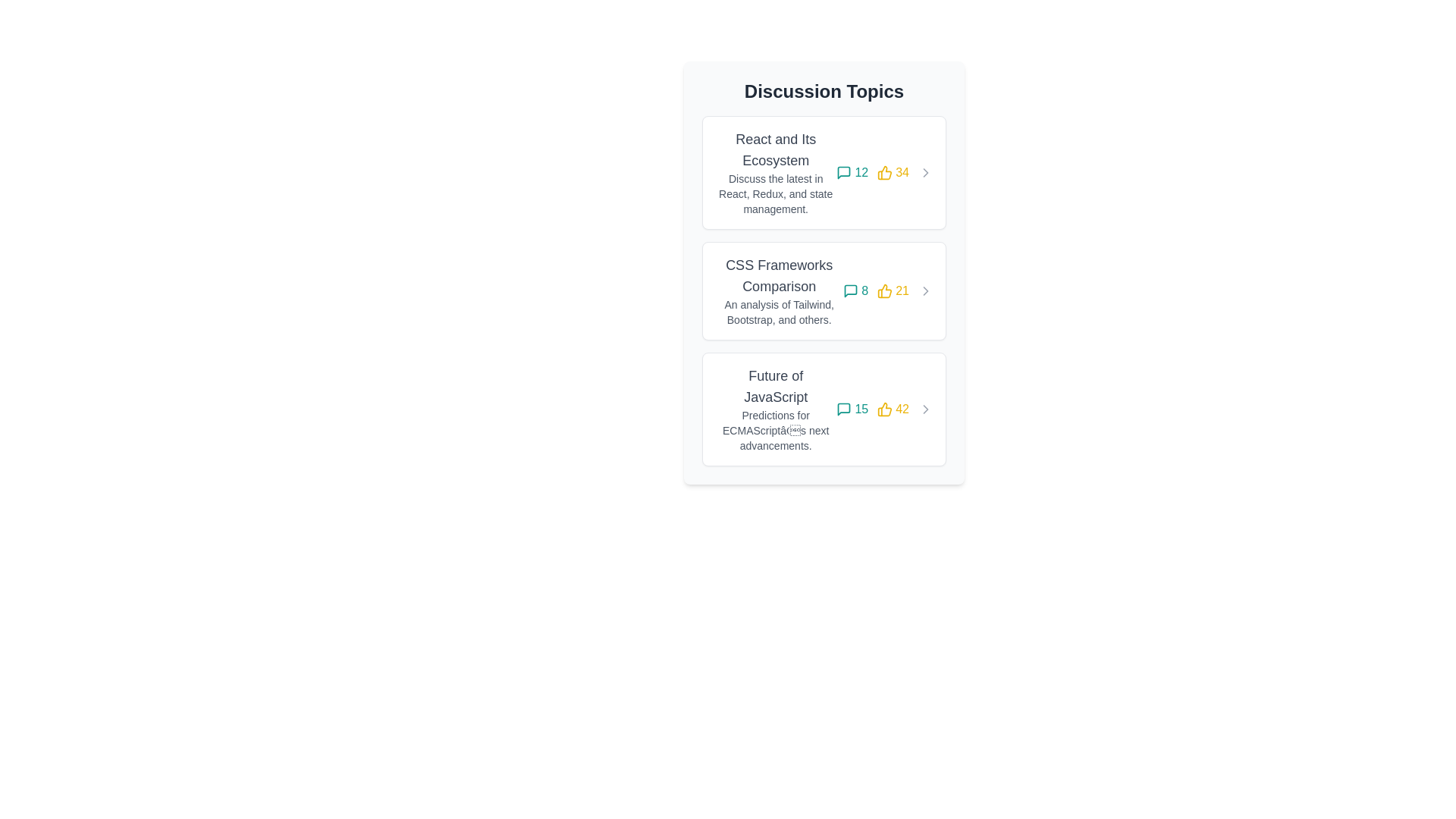 The height and width of the screenshot is (819, 1456). I want to click on the graphical counter component indicating likes, which features a yellow thumbs-up icon and the number '42', located in the bottom-right corner of the card about 'Future of JavaScript', so click(885, 409).